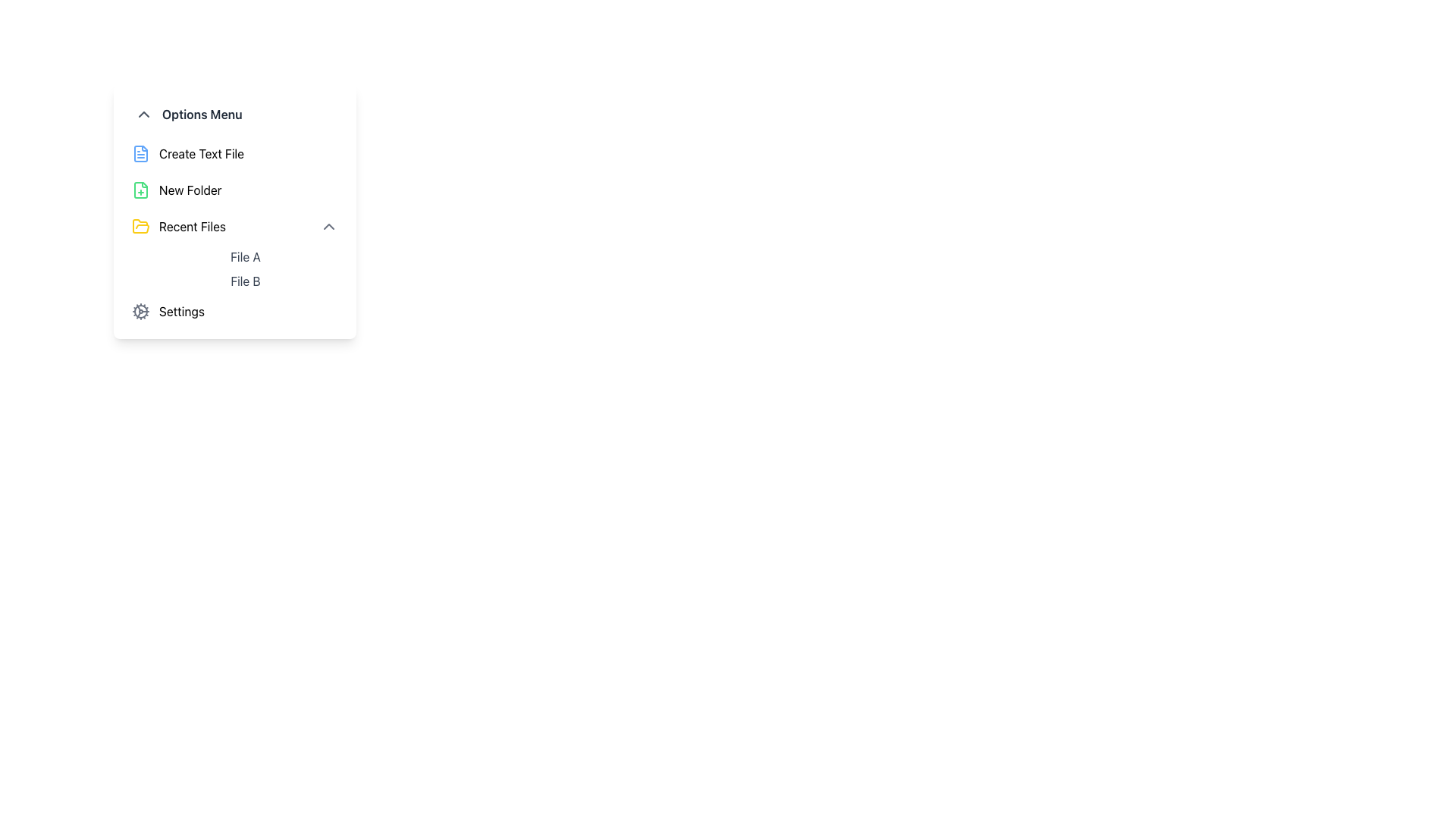 This screenshot has height=819, width=1456. I want to click on the green file icon with a plus symbol, located next to the 'New Folder' text in the main menu, so click(141, 189).